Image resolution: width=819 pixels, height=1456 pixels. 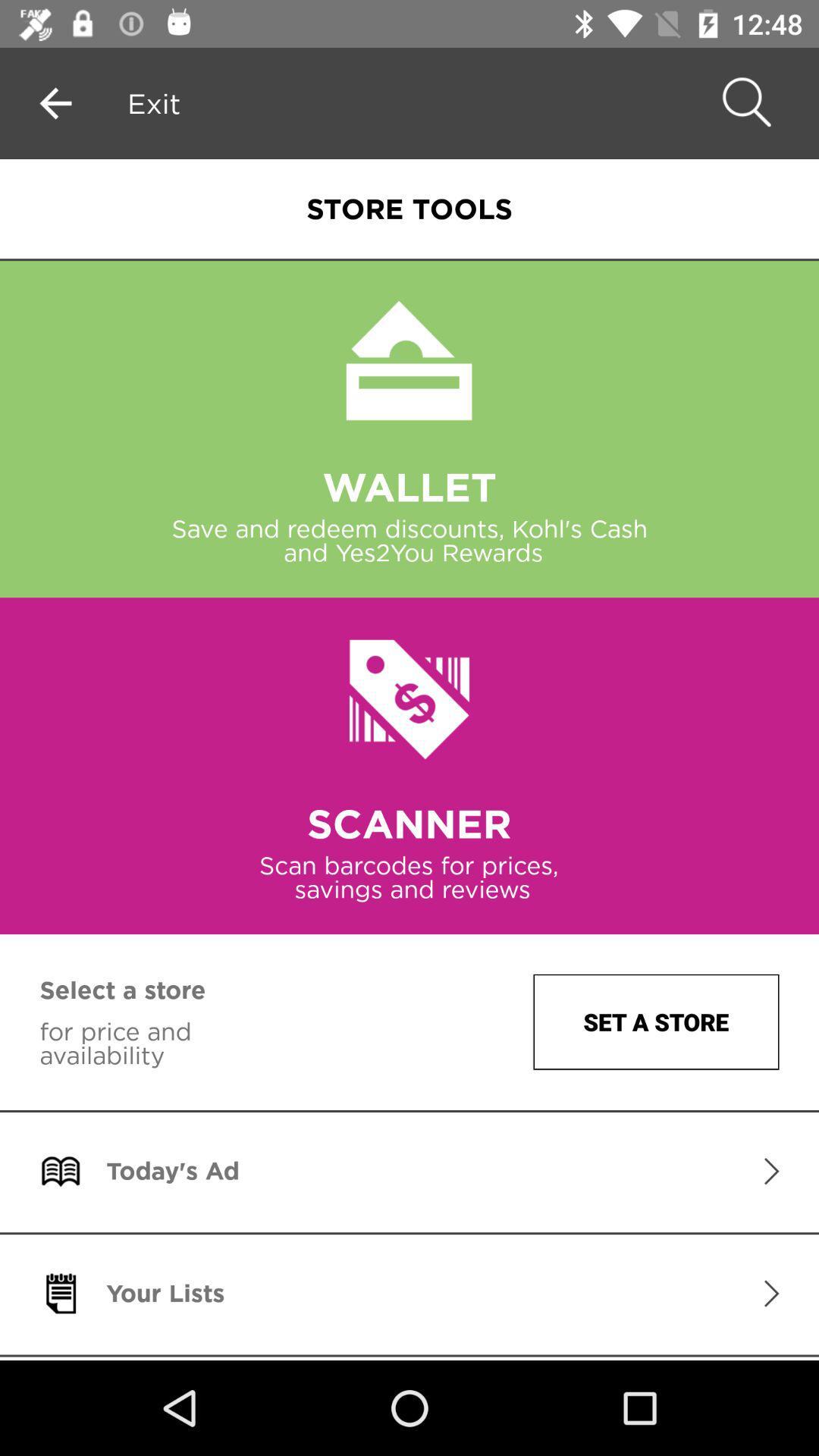 What do you see at coordinates (743, 102) in the screenshot?
I see `search` at bounding box center [743, 102].